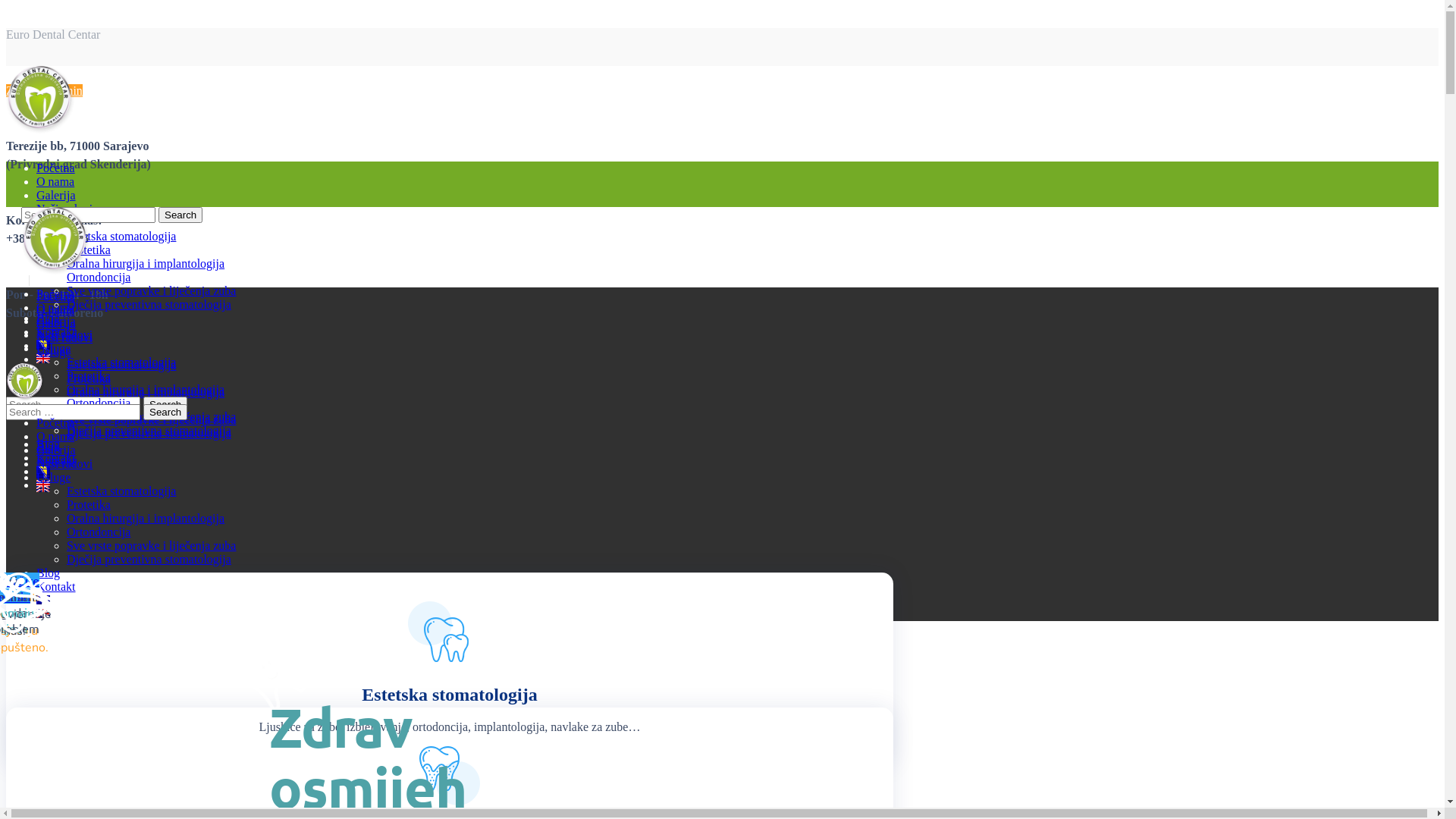 Image resolution: width=1456 pixels, height=819 pixels. What do you see at coordinates (55, 180) in the screenshot?
I see `'O nama'` at bounding box center [55, 180].